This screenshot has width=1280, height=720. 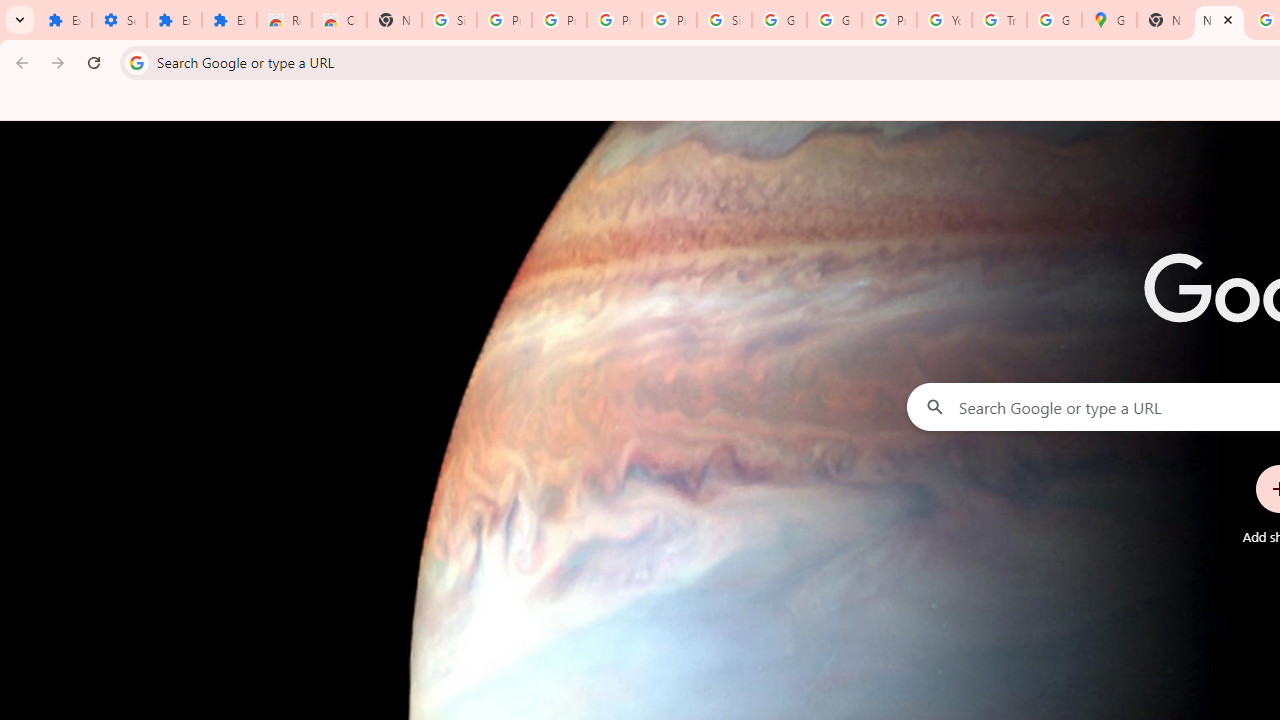 I want to click on 'Sign in - Google Accounts', so click(x=724, y=20).